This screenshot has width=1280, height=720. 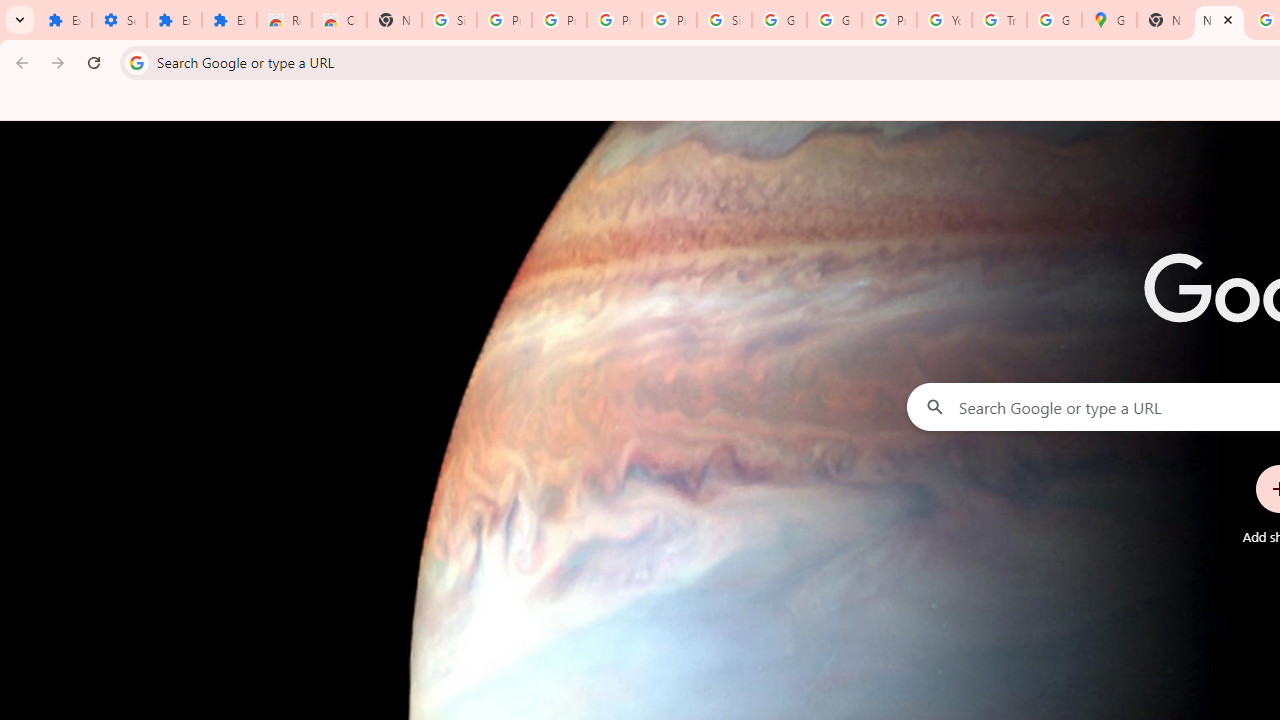 I want to click on 'Sign in - Google Accounts', so click(x=724, y=20).